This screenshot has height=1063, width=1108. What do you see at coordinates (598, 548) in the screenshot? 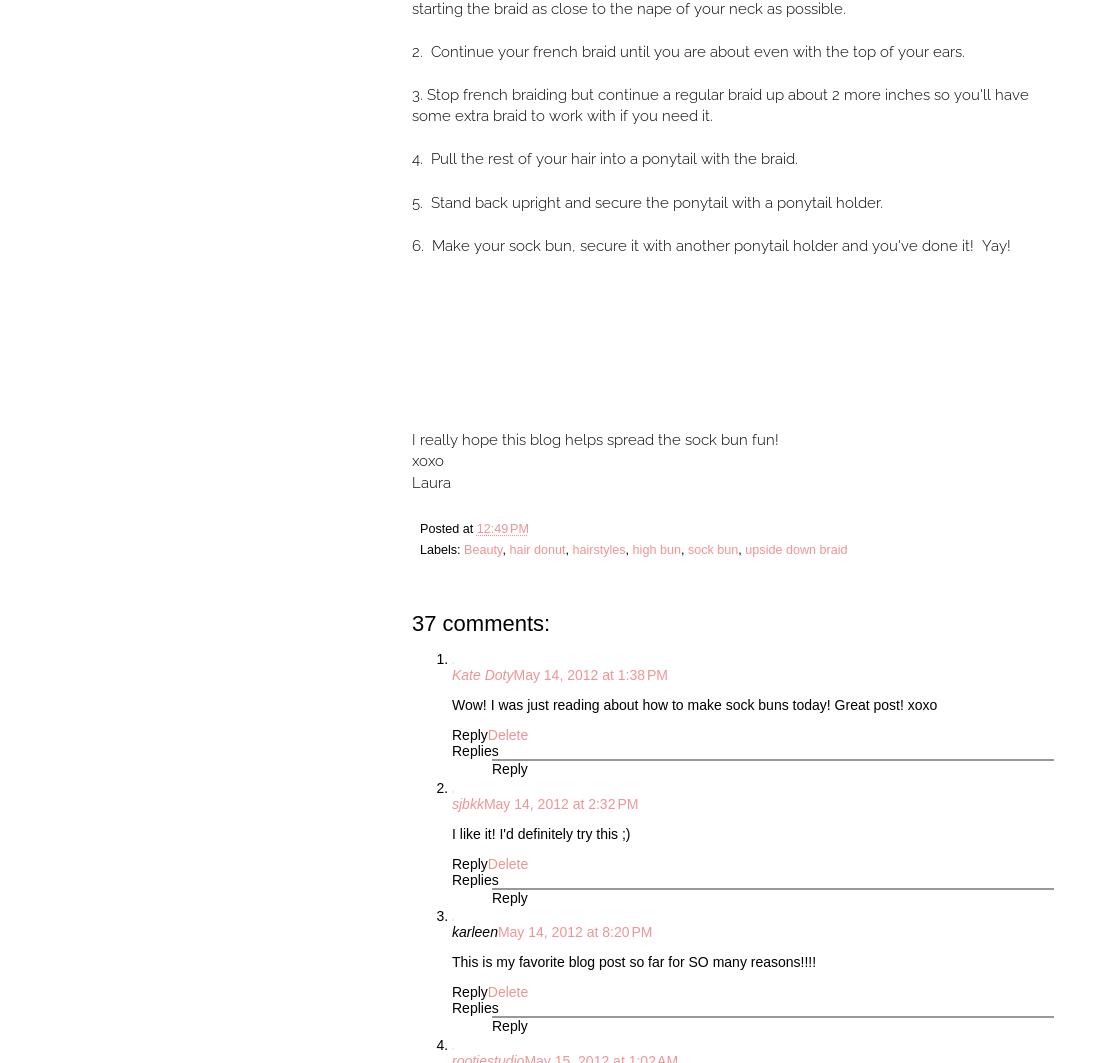
I see `'hairstyles'` at bounding box center [598, 548].